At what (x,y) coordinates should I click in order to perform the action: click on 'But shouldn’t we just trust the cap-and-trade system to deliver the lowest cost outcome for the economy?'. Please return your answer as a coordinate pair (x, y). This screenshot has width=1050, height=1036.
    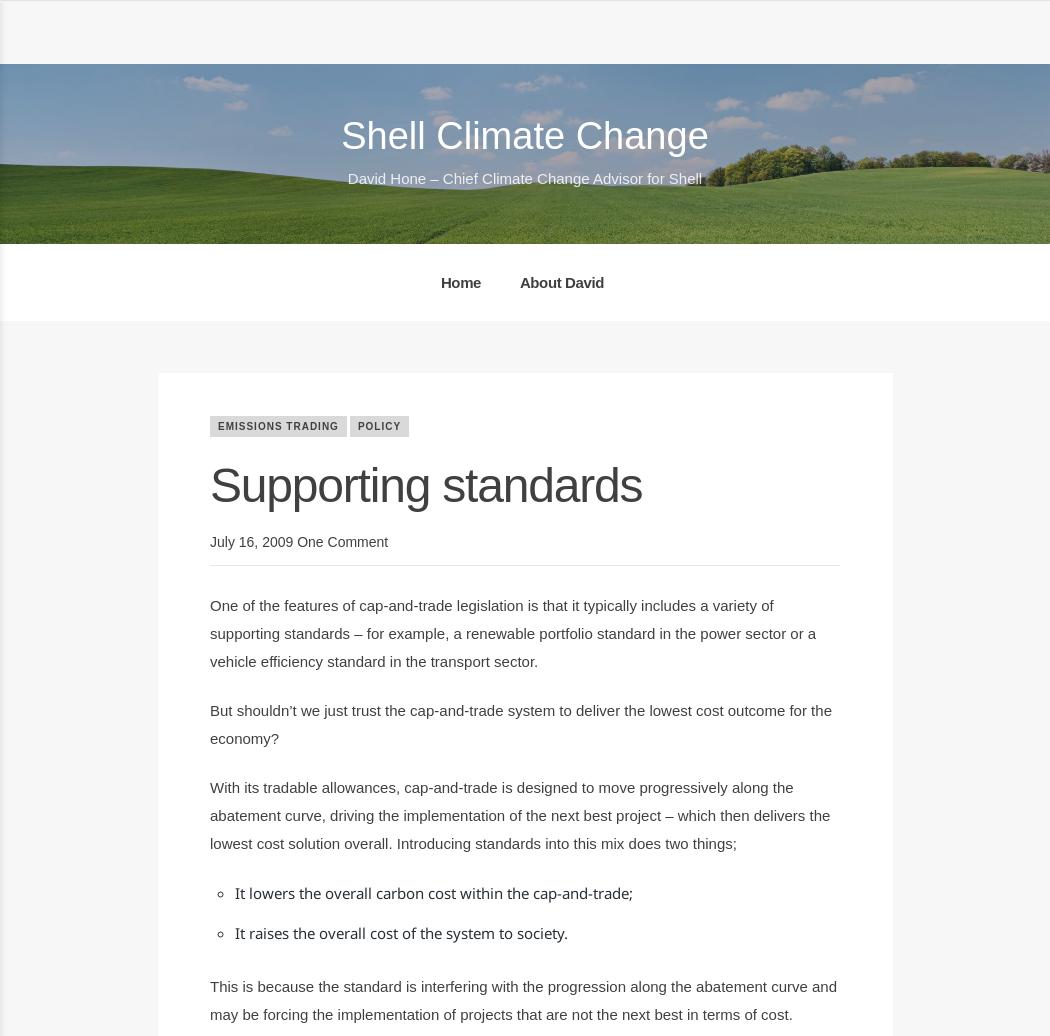
    Looking at the image, I should click on (209, 723).